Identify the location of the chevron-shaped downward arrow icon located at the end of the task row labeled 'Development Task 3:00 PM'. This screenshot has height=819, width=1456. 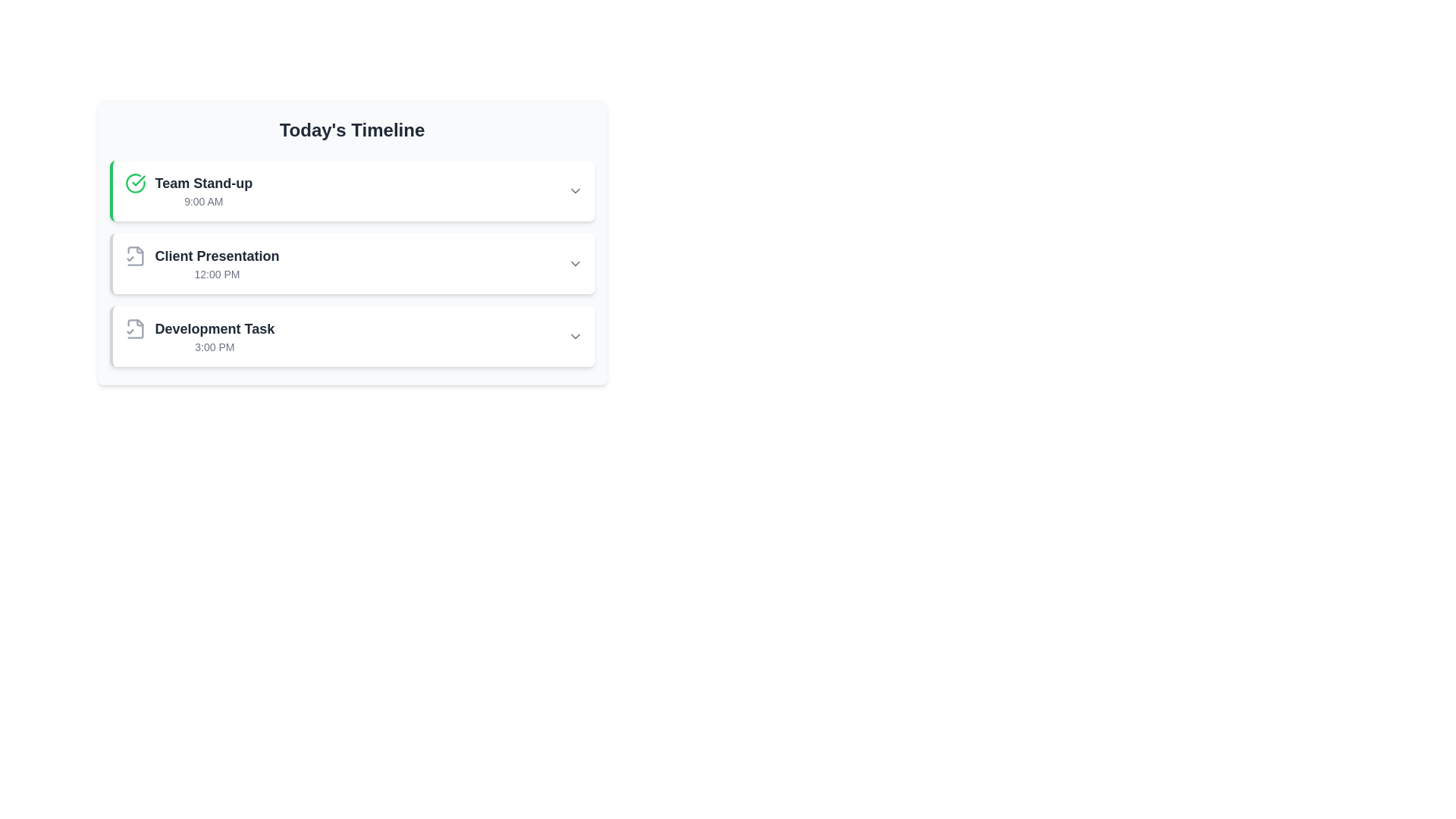
(574, 335).